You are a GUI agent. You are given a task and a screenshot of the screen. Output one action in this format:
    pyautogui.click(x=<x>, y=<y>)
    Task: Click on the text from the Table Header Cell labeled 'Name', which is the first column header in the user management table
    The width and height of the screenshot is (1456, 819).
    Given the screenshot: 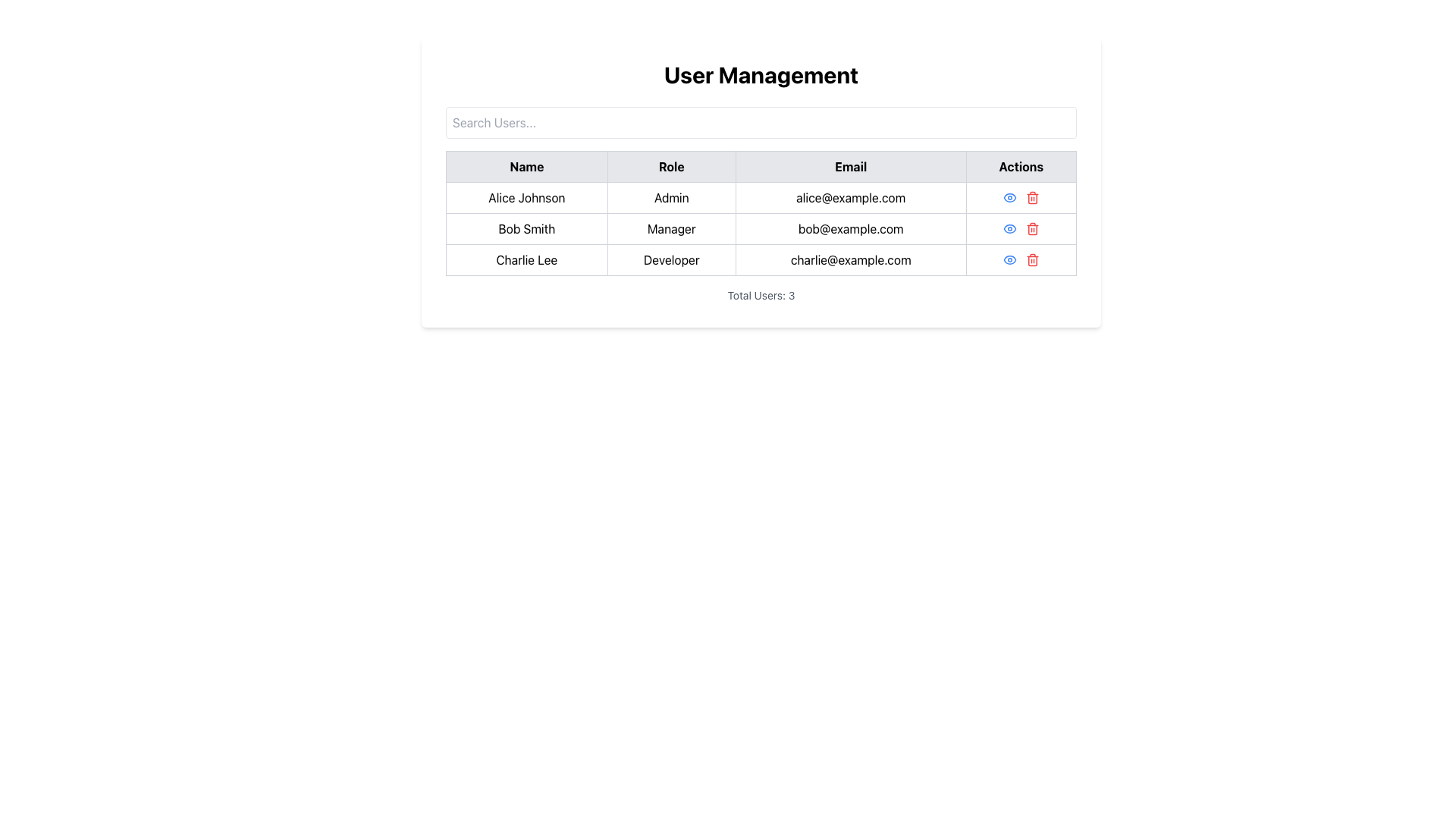 What is the action you would take?
    pyautogui.click(x=526, y=166)
    